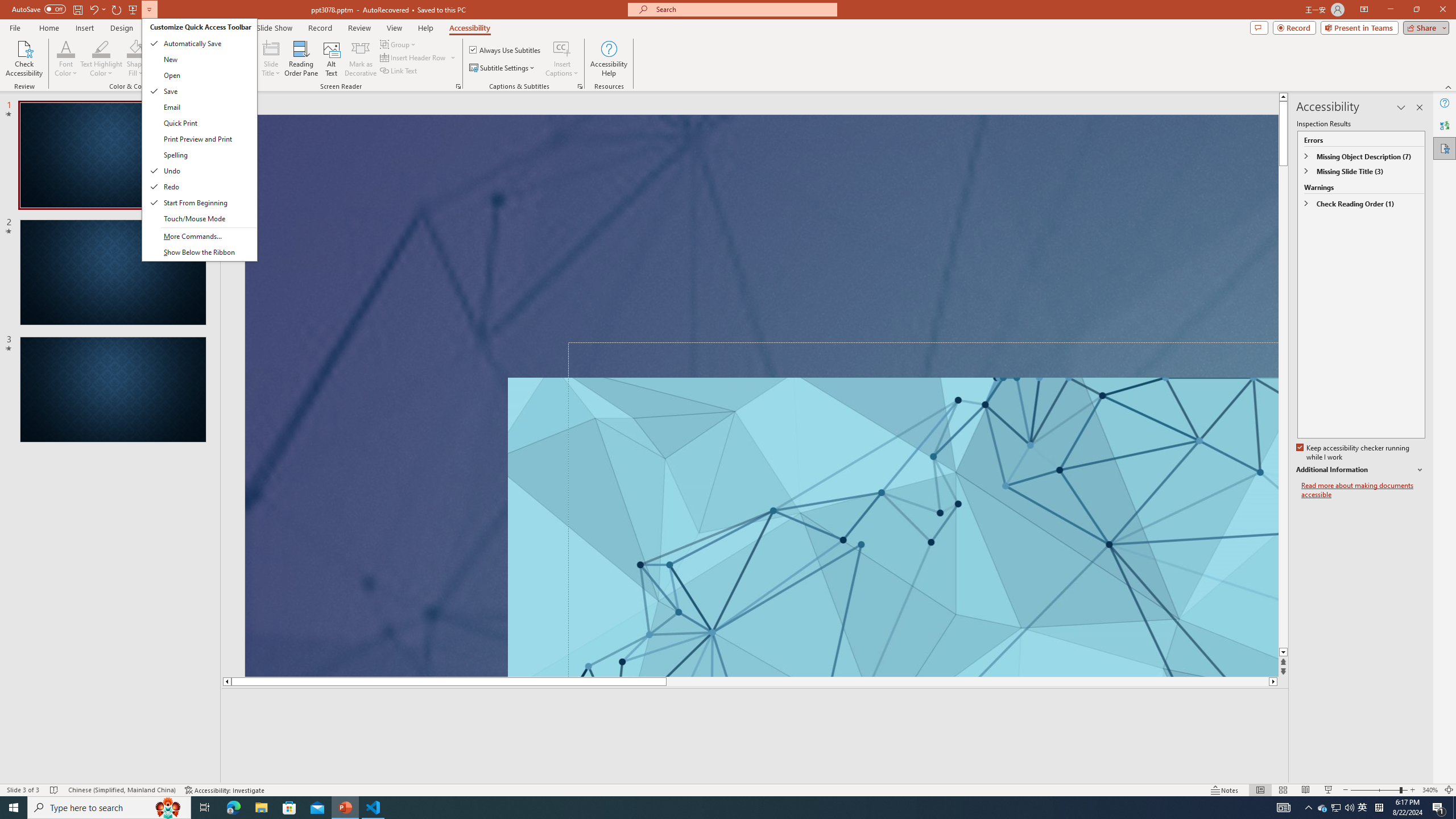 This screenshot has width=1456, height=819. Describe the element at coordinates (301, 59) in the screenshot. I see `'Reading Order Pane'` at that location.